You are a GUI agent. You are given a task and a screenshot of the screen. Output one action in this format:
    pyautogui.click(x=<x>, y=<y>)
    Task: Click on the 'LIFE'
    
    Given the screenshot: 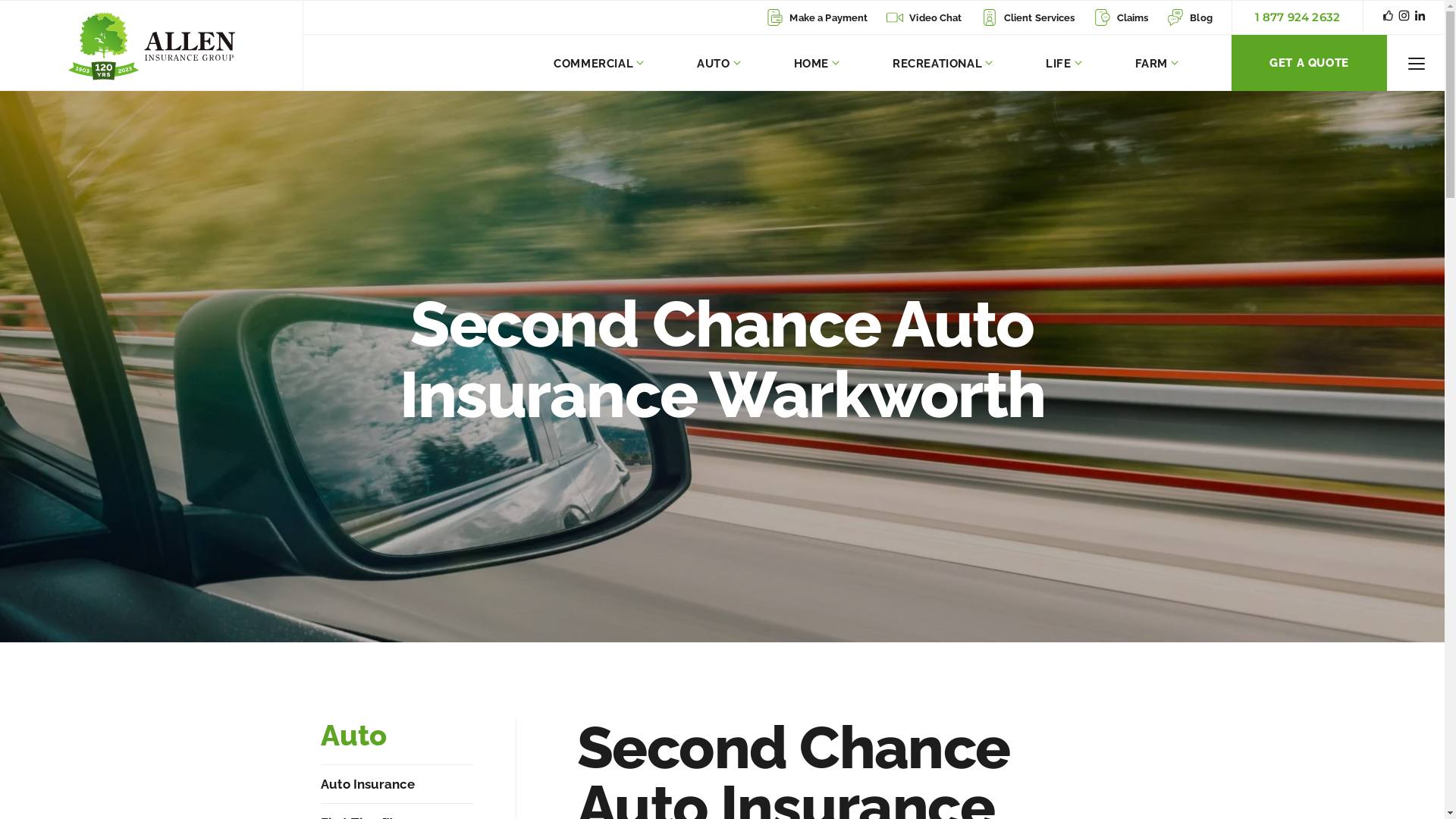 What is the action you would take?
    pyautogui.click(x=1062, y=62)
    